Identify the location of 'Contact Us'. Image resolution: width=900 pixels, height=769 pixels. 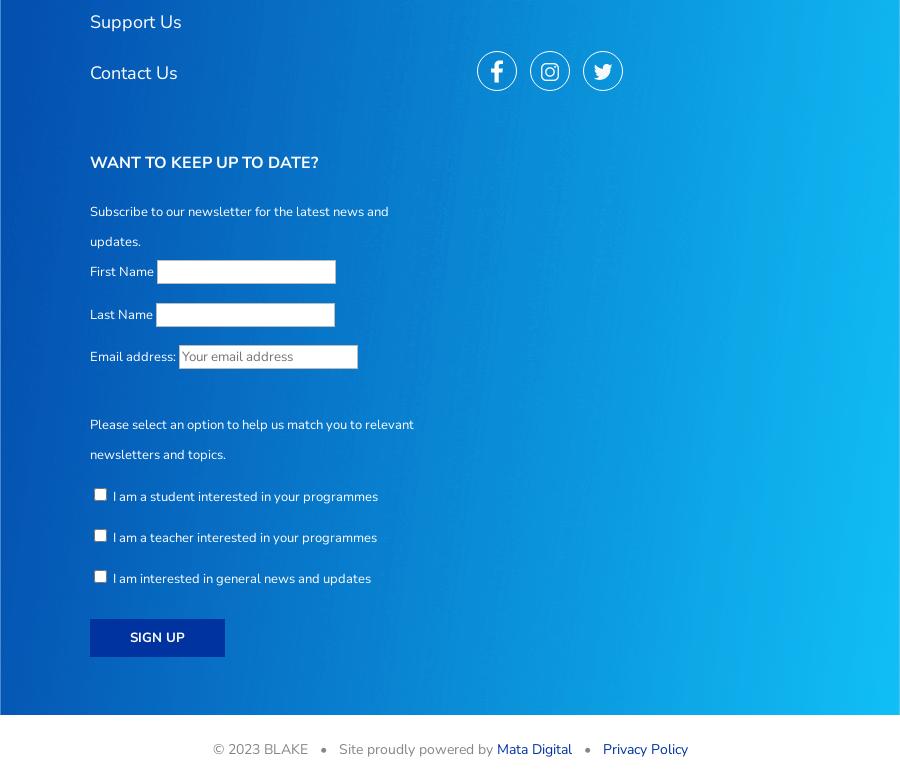
(134, 70).